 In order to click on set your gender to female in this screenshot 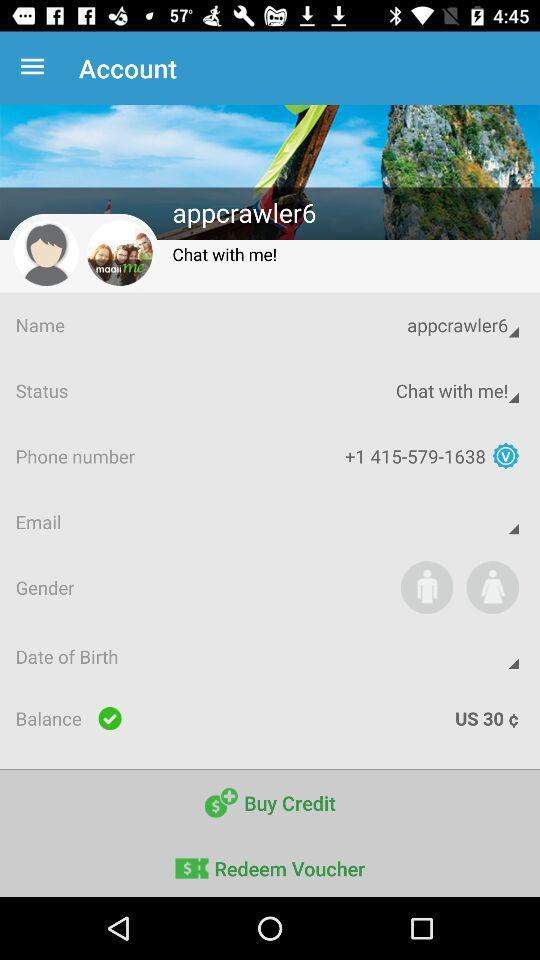, I will do `click(491, 587)`.